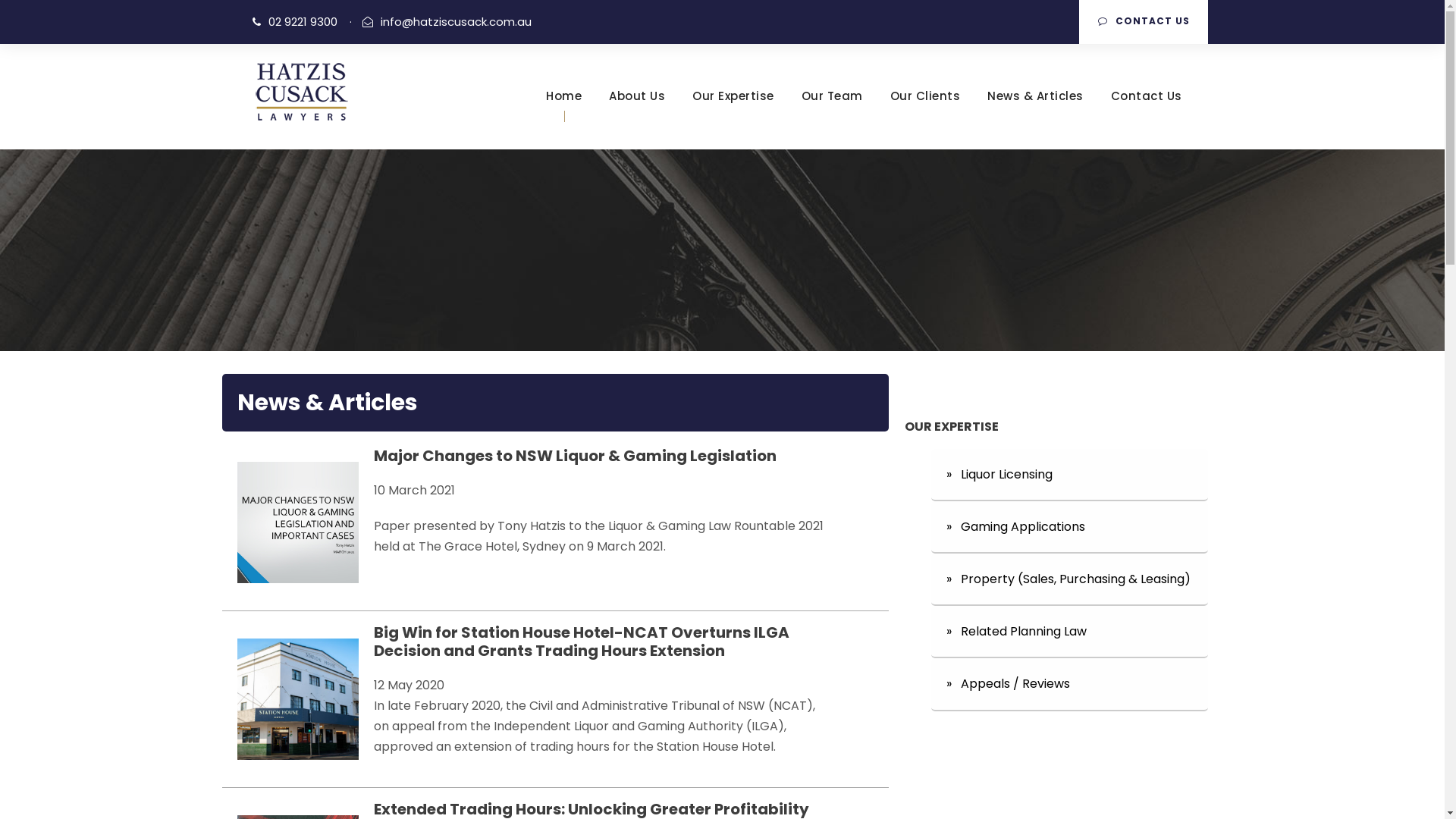 This screenshot has height=819, width=1456. What do you see at coordinates (800, 117) in the screenshot?
I see `'Our Team'` at bounding box center [800, 117].